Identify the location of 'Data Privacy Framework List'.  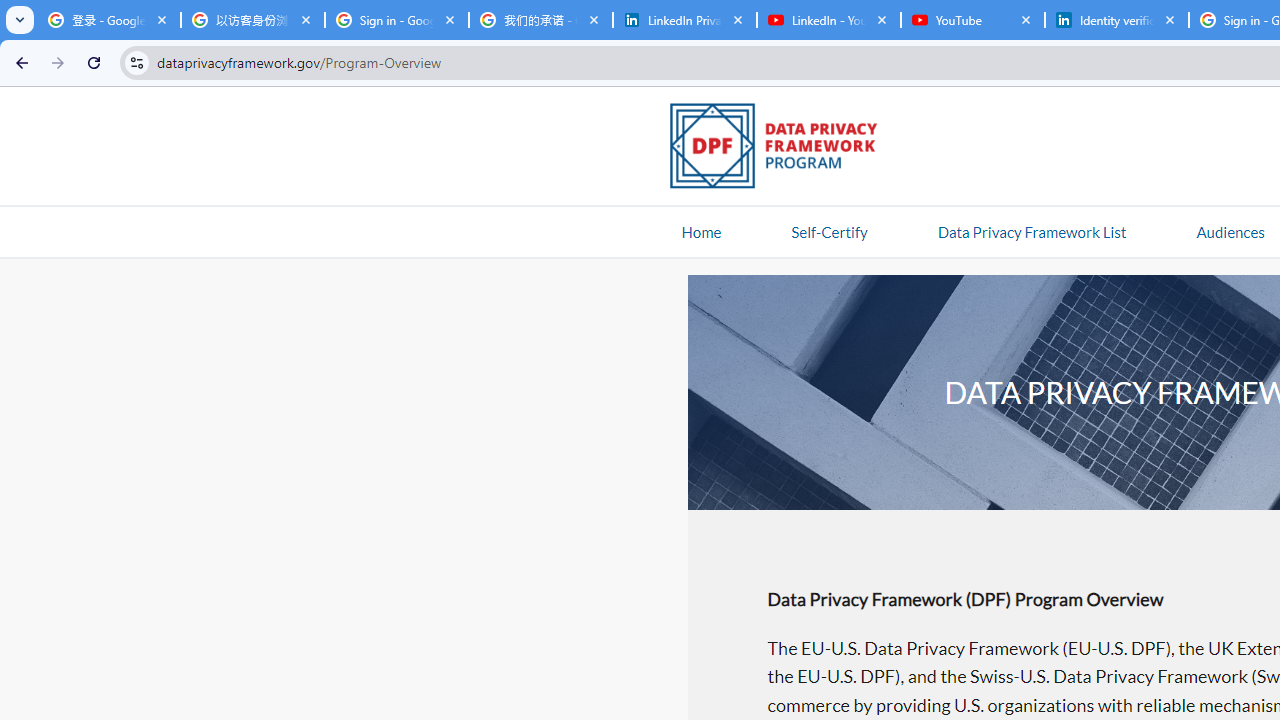
(1031, 230).